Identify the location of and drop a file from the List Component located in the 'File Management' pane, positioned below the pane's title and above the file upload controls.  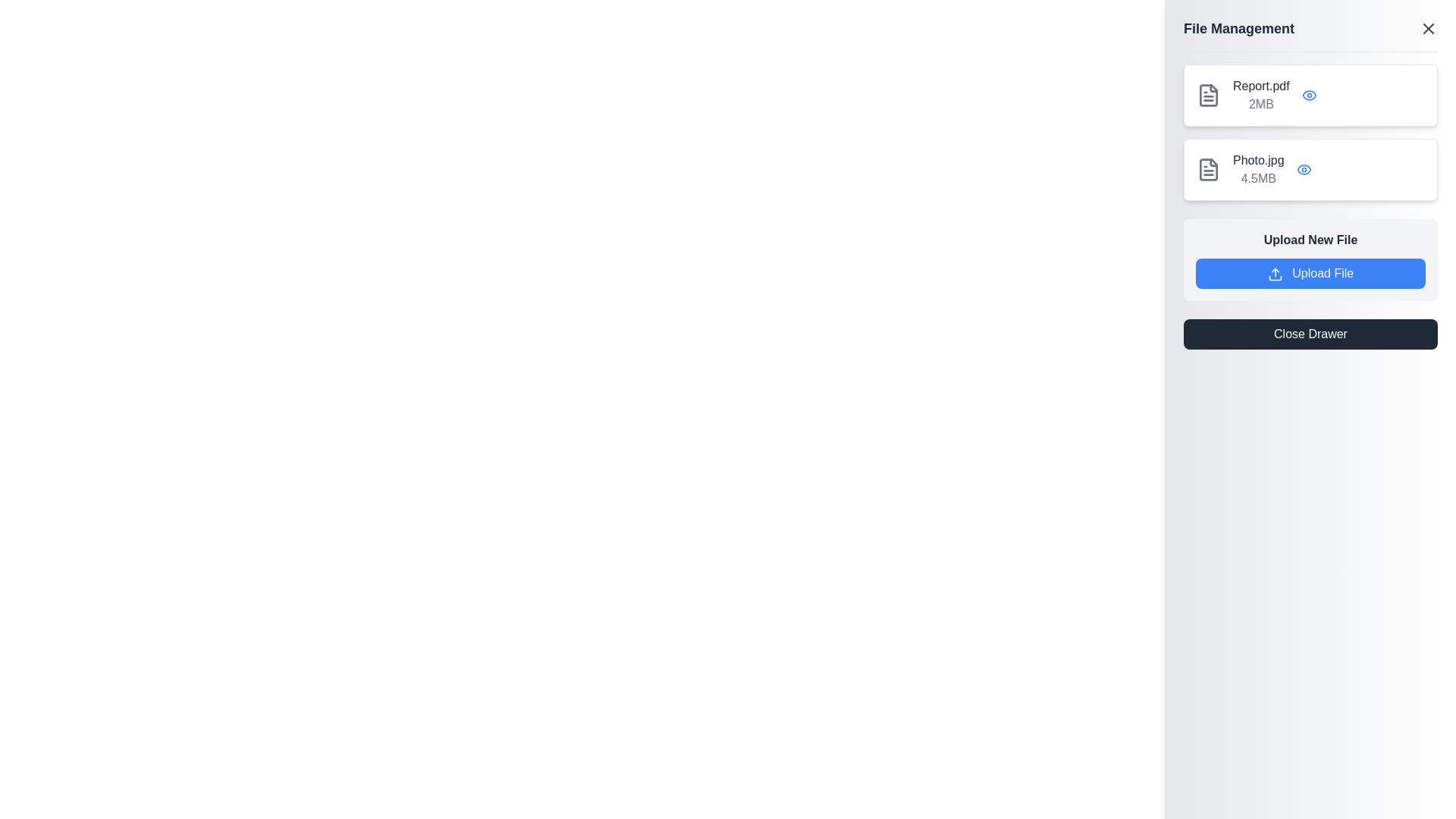
(1310, 131).